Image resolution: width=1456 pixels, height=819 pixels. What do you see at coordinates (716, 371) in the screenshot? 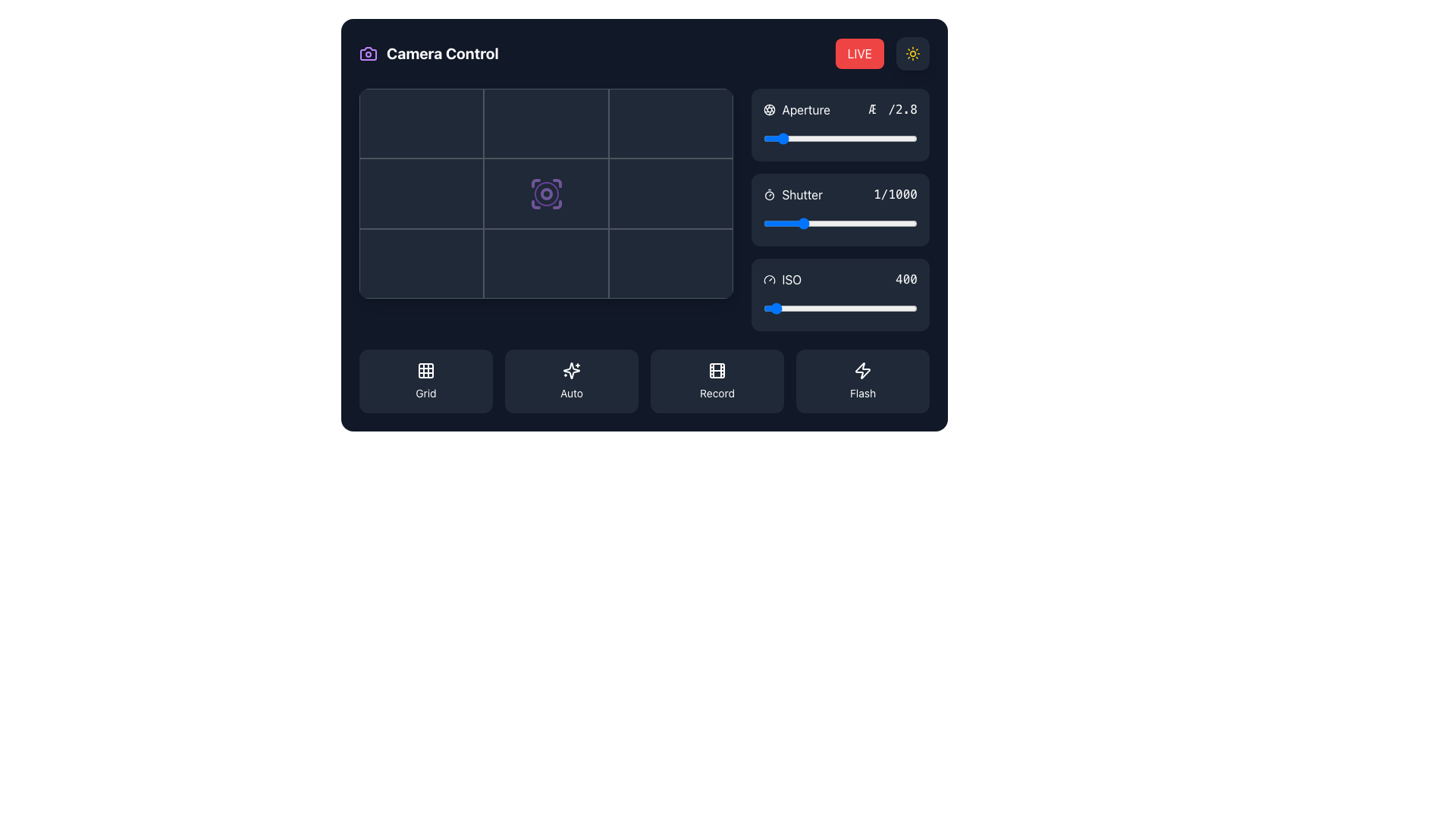
I see `the film roll-shaped icon located on the 'Record' button at the bottom-center of the button grid` at bounding box center [716, 371].